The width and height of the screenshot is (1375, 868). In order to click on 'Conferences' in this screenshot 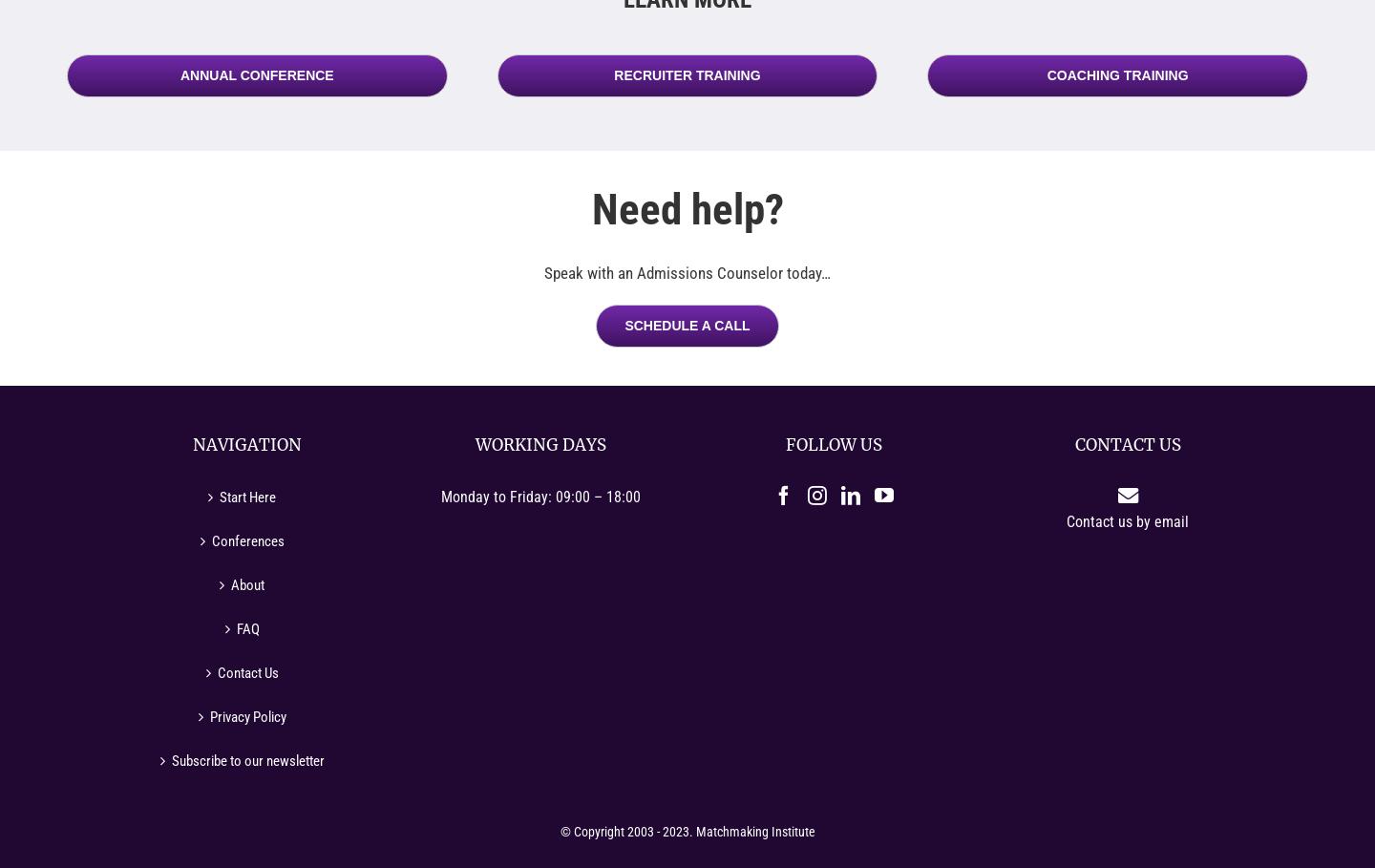, I will do `click(246, 540)`.